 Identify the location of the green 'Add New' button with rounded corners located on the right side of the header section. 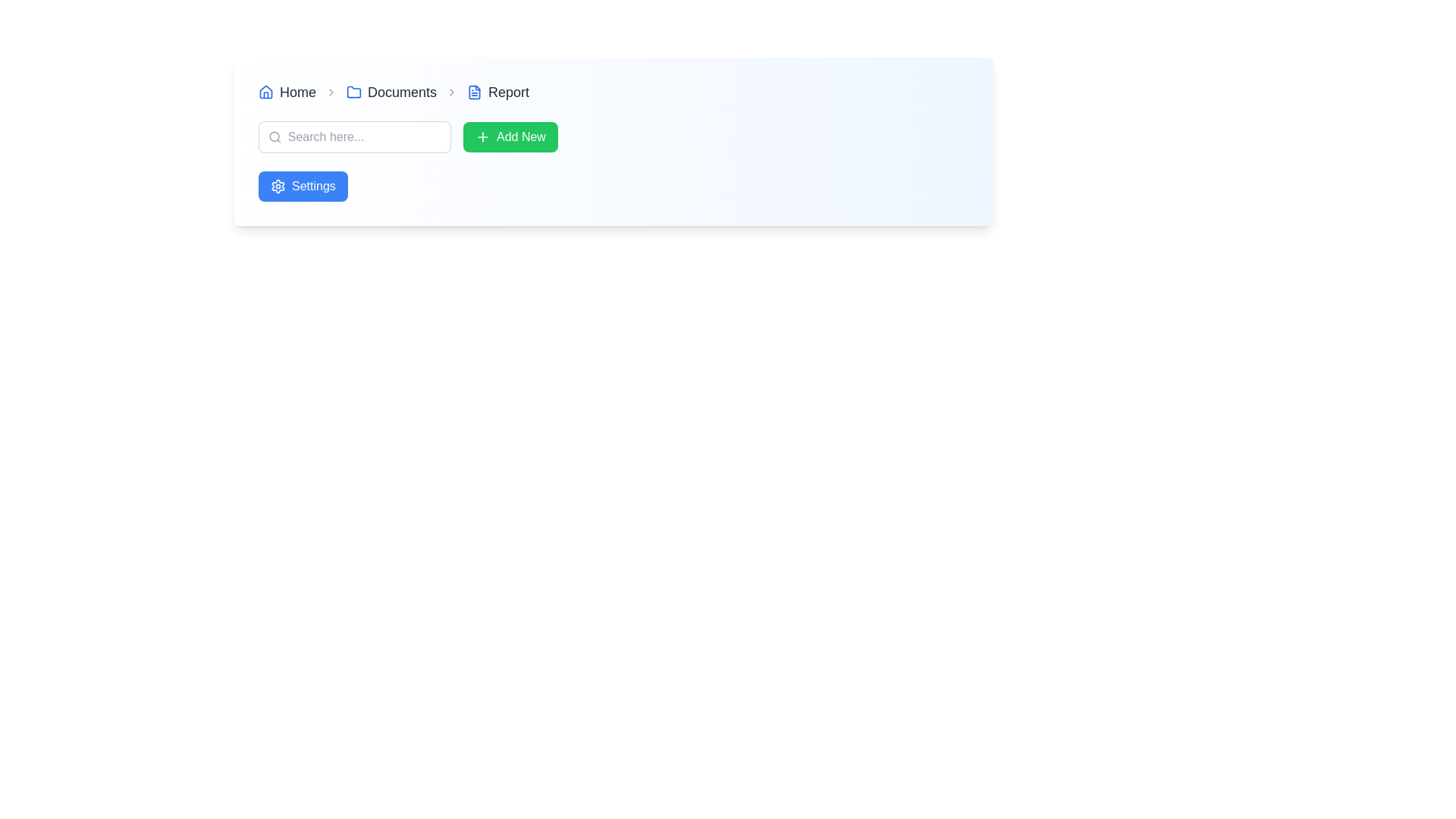
(510, 137).